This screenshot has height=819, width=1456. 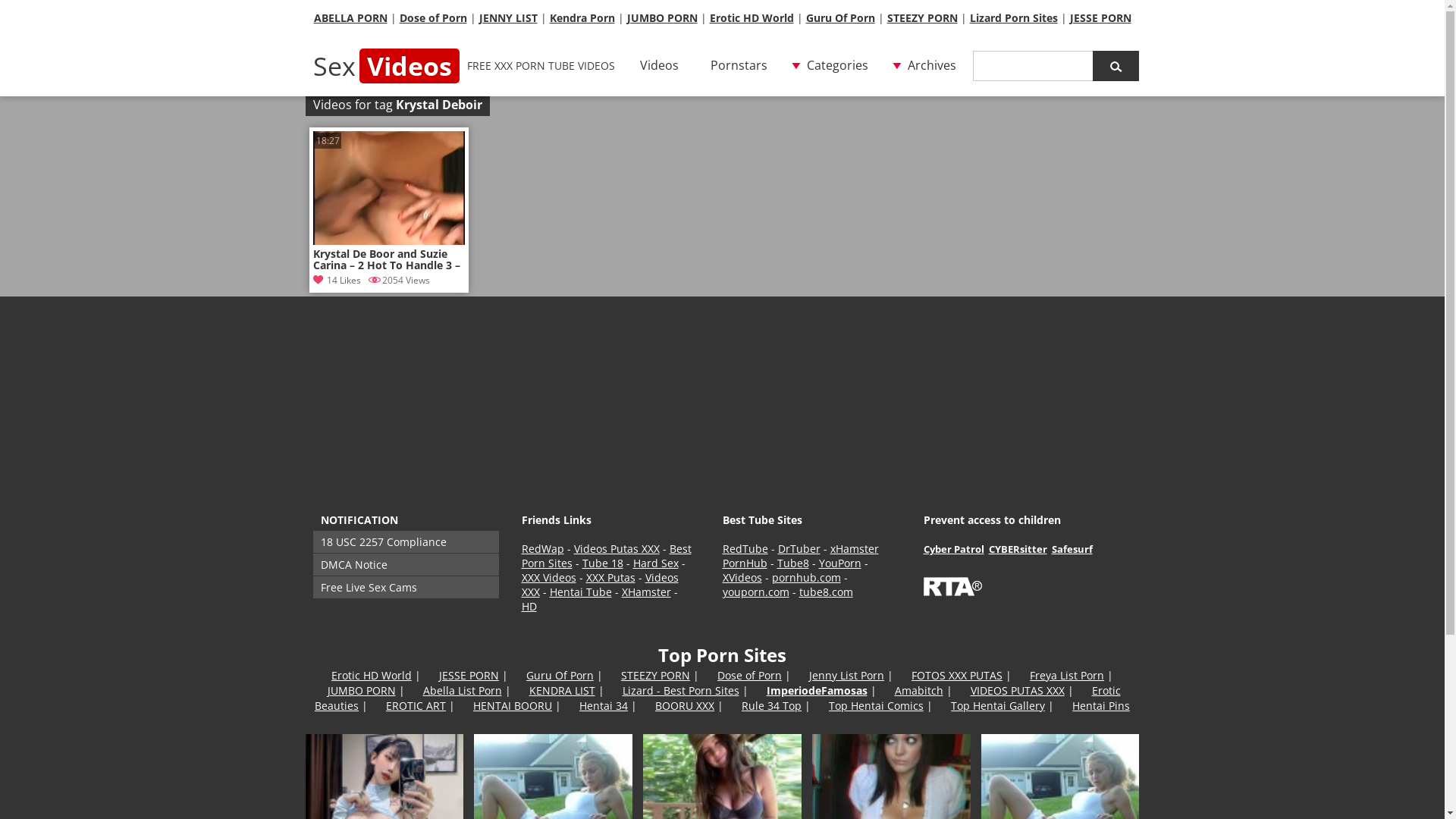 I want to click on 'JESSE PORN', so click(x=1100, y=17).